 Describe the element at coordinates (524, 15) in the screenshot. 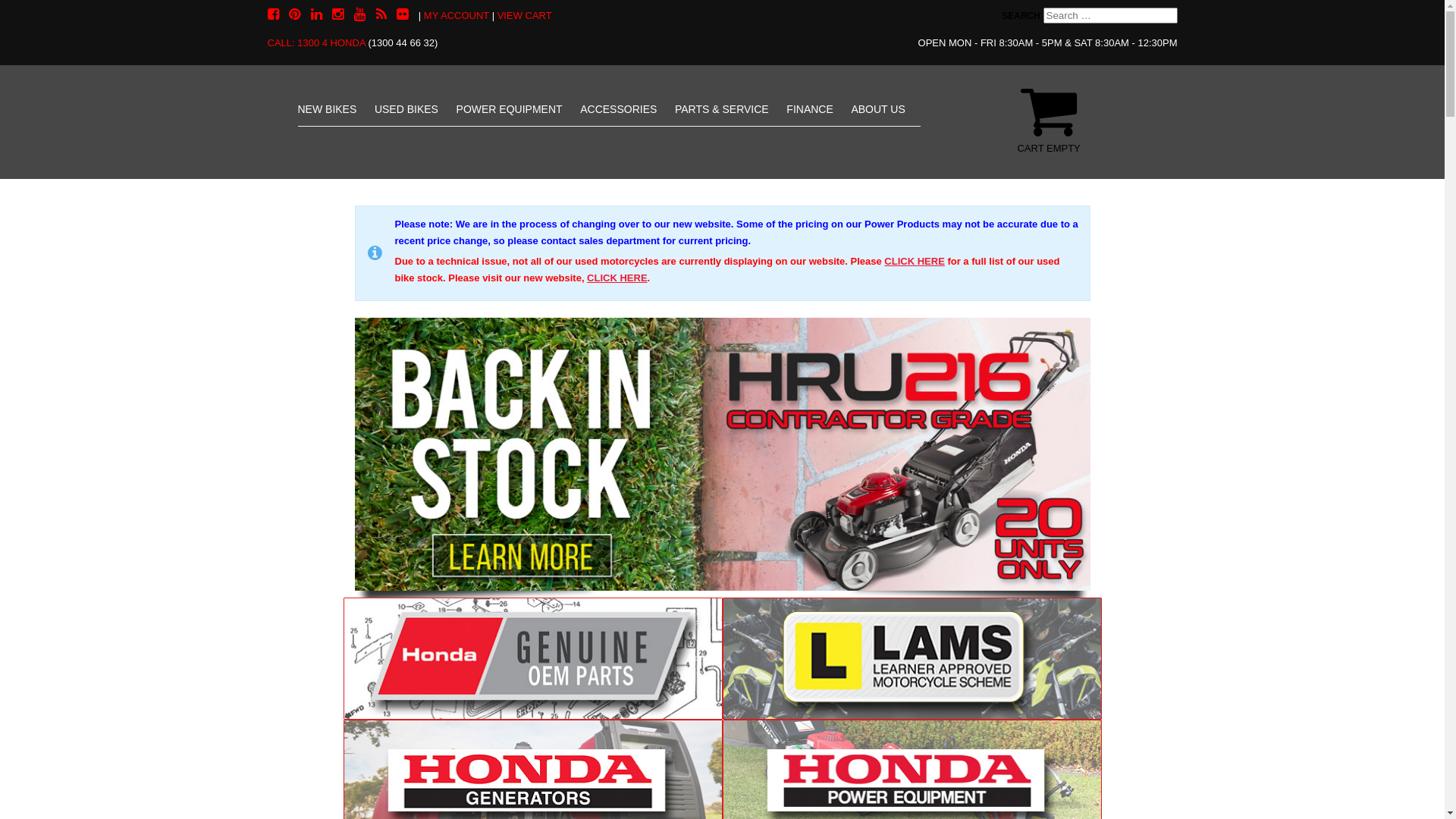

I see `'VIEW CART'` at that location.